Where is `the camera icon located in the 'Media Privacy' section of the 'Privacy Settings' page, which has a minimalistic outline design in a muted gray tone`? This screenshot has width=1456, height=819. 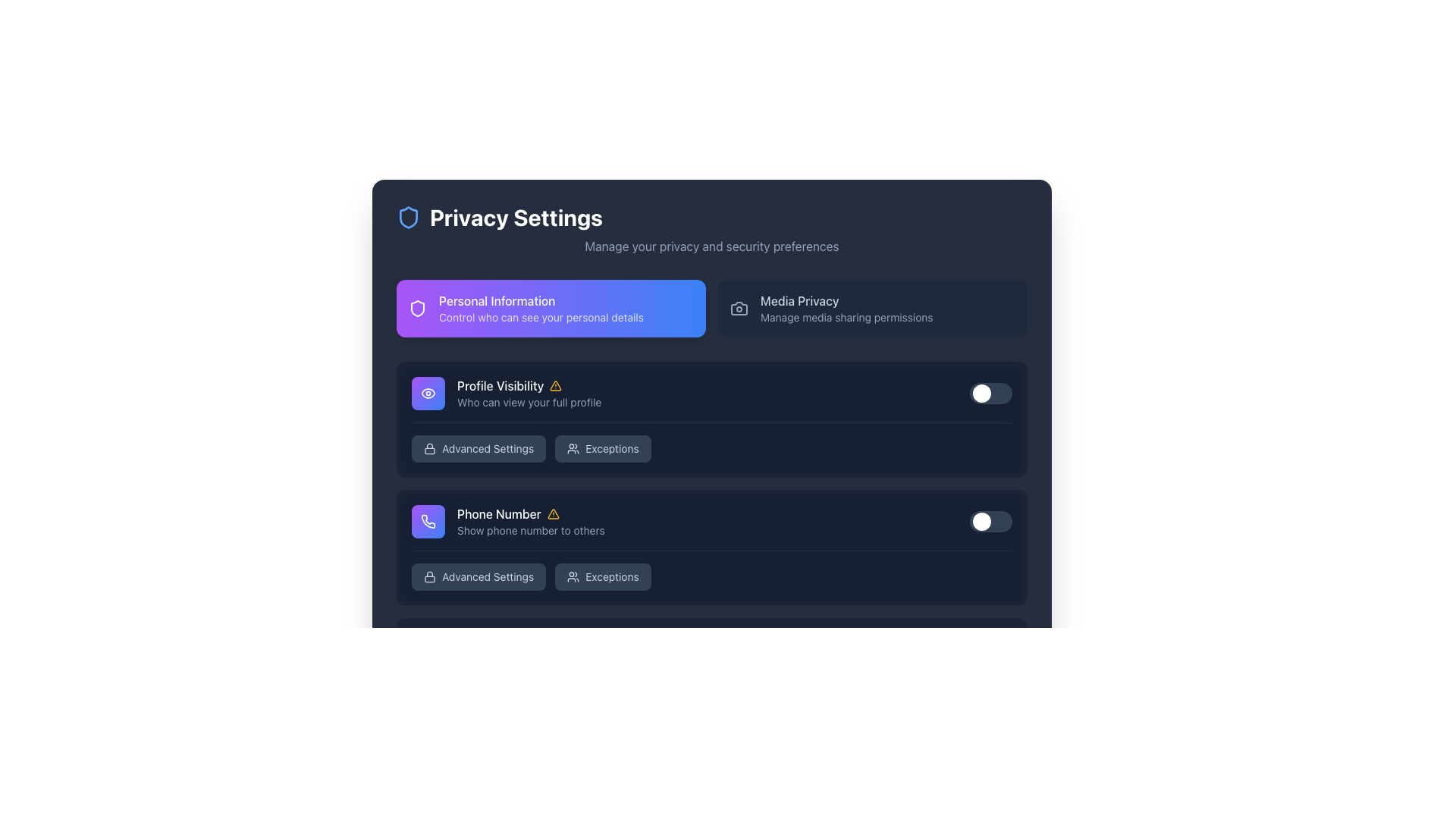 the camera icon located in the 'Media Privacy' section of the 'Privacy Settings' page, which has a minimalistic outline design in a muted gray tone is located at coordinates (739, 308).